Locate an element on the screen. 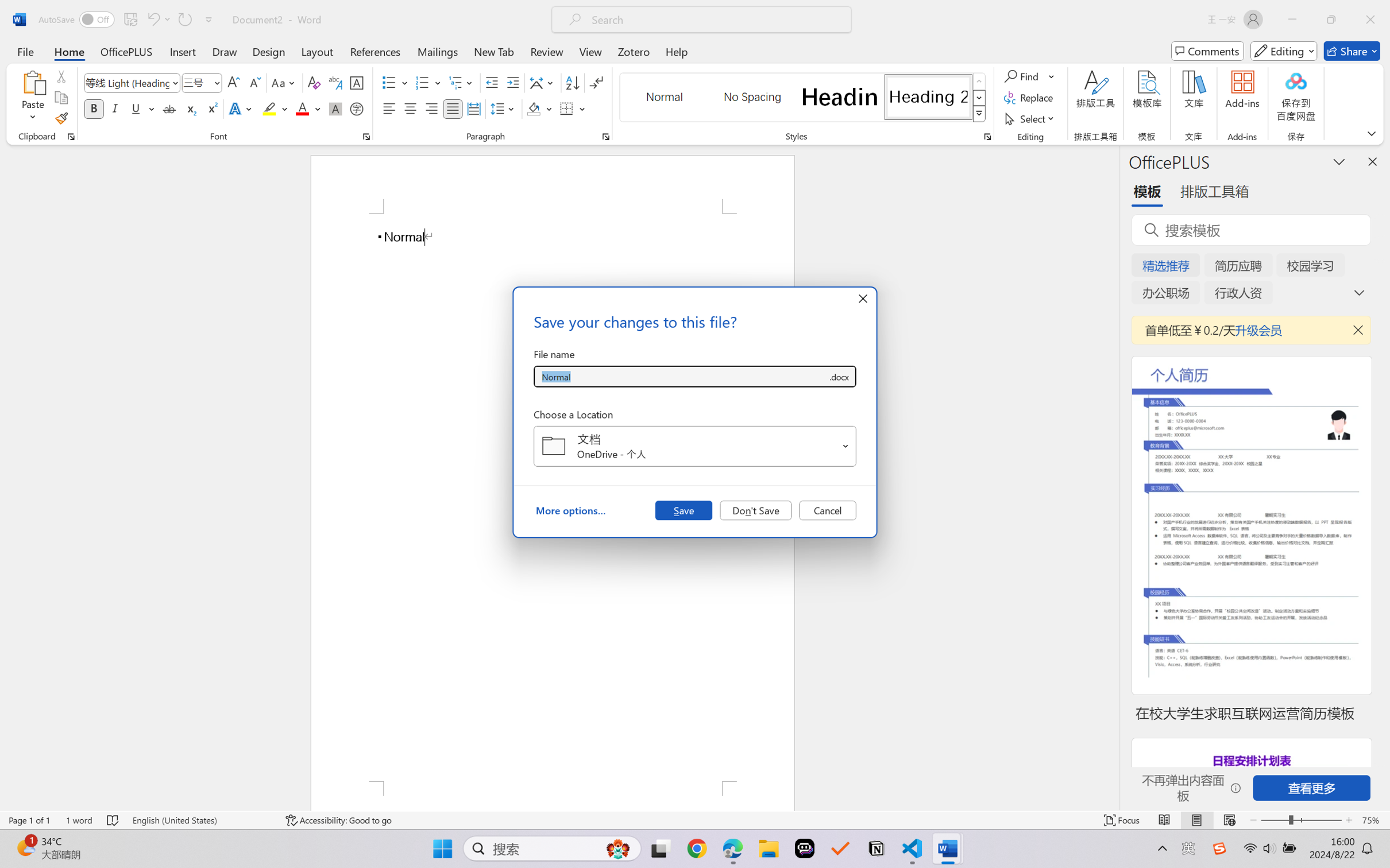 The image size is (1390, 868). 'Numbering' is located at coordinates (422, 83).